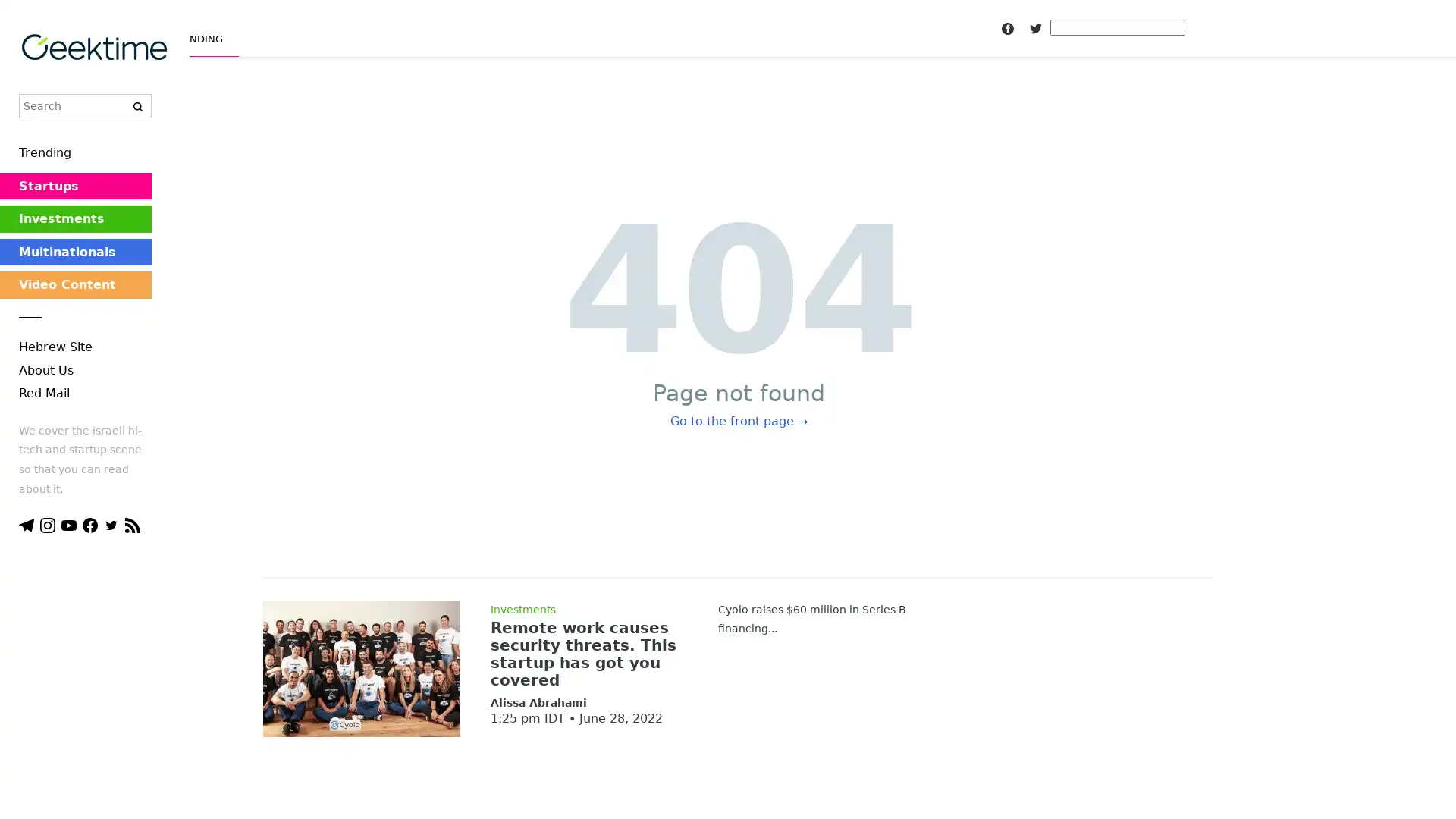  What do you see at coordinates (881, 430) in the screenshot?
I see `Subscribe` at bounding box center [881, 430].